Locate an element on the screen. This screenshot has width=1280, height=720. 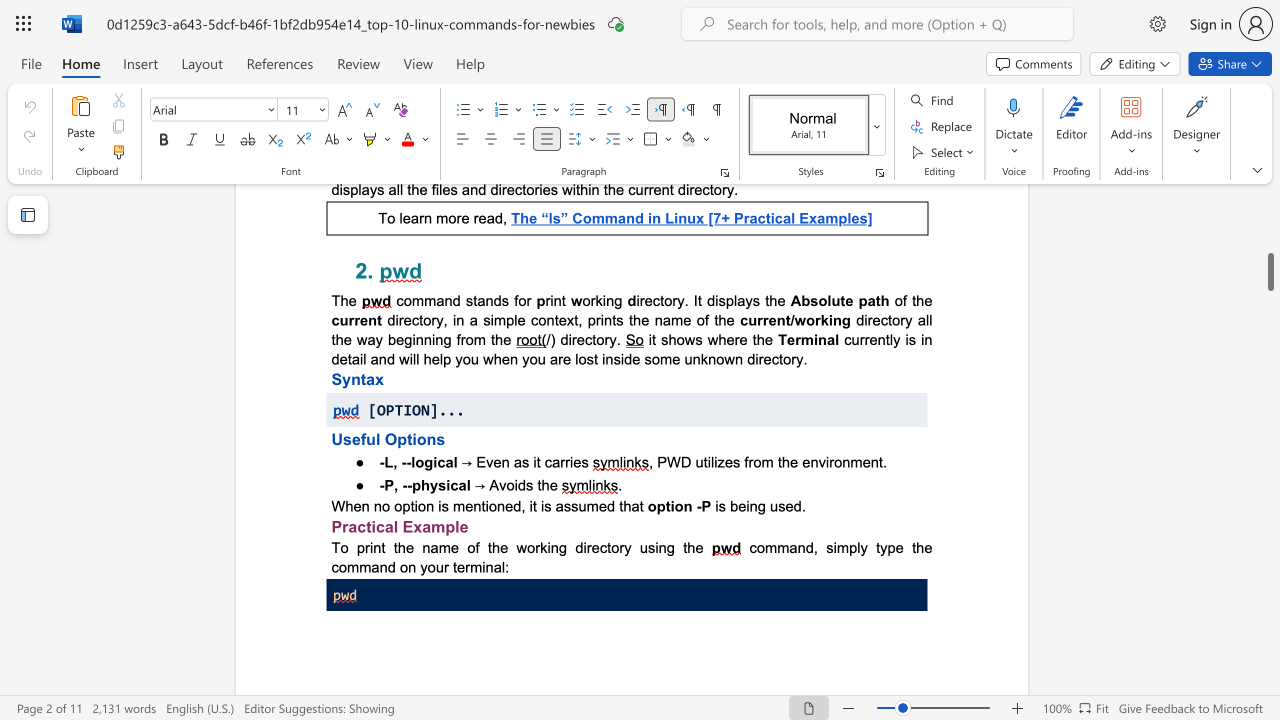
the subset text "th" within the text "→ Avoids the" is located at coordinates (537, 484).